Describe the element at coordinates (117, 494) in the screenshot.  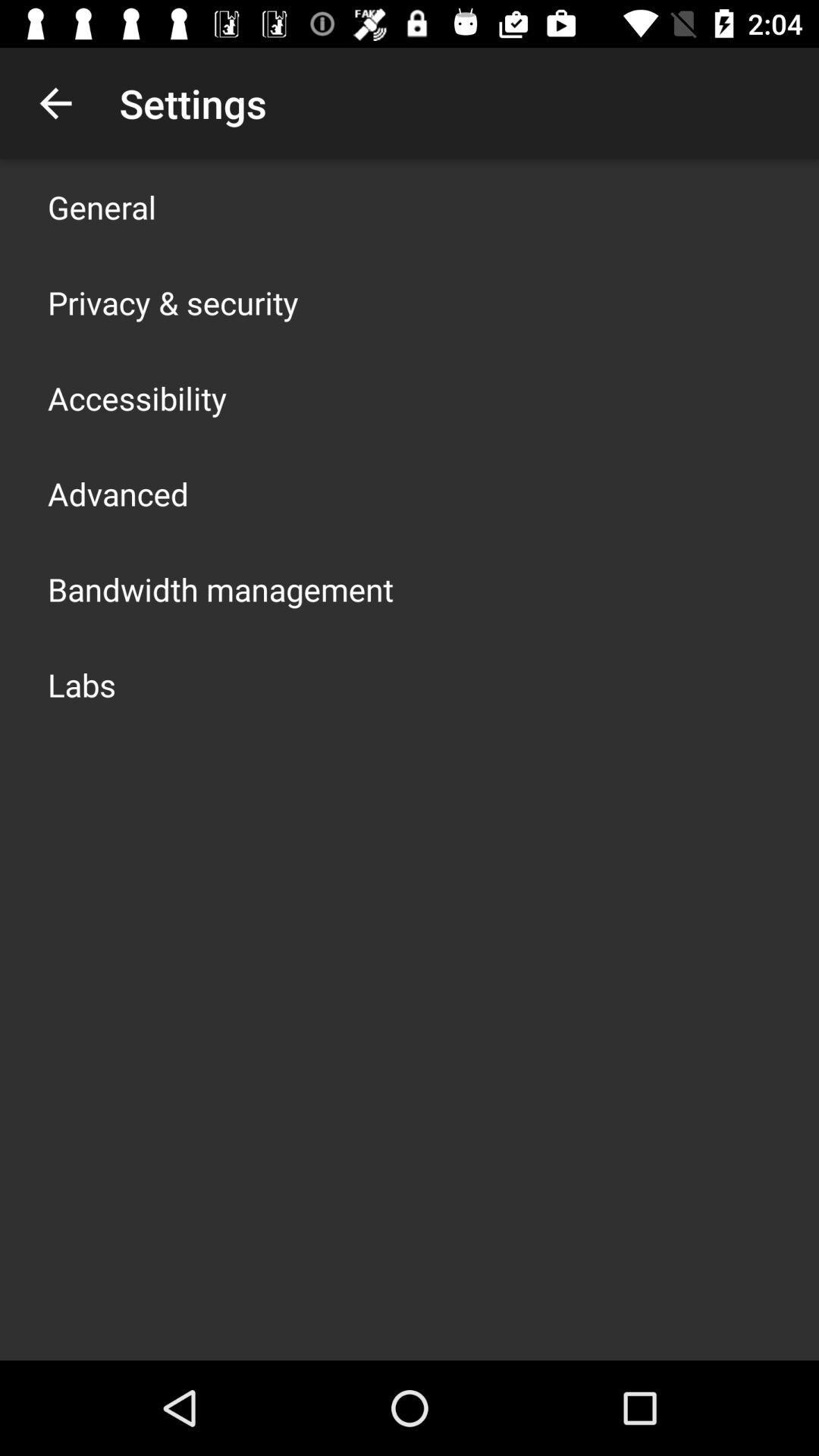
I see `the item above bandwidth management item` at that location.